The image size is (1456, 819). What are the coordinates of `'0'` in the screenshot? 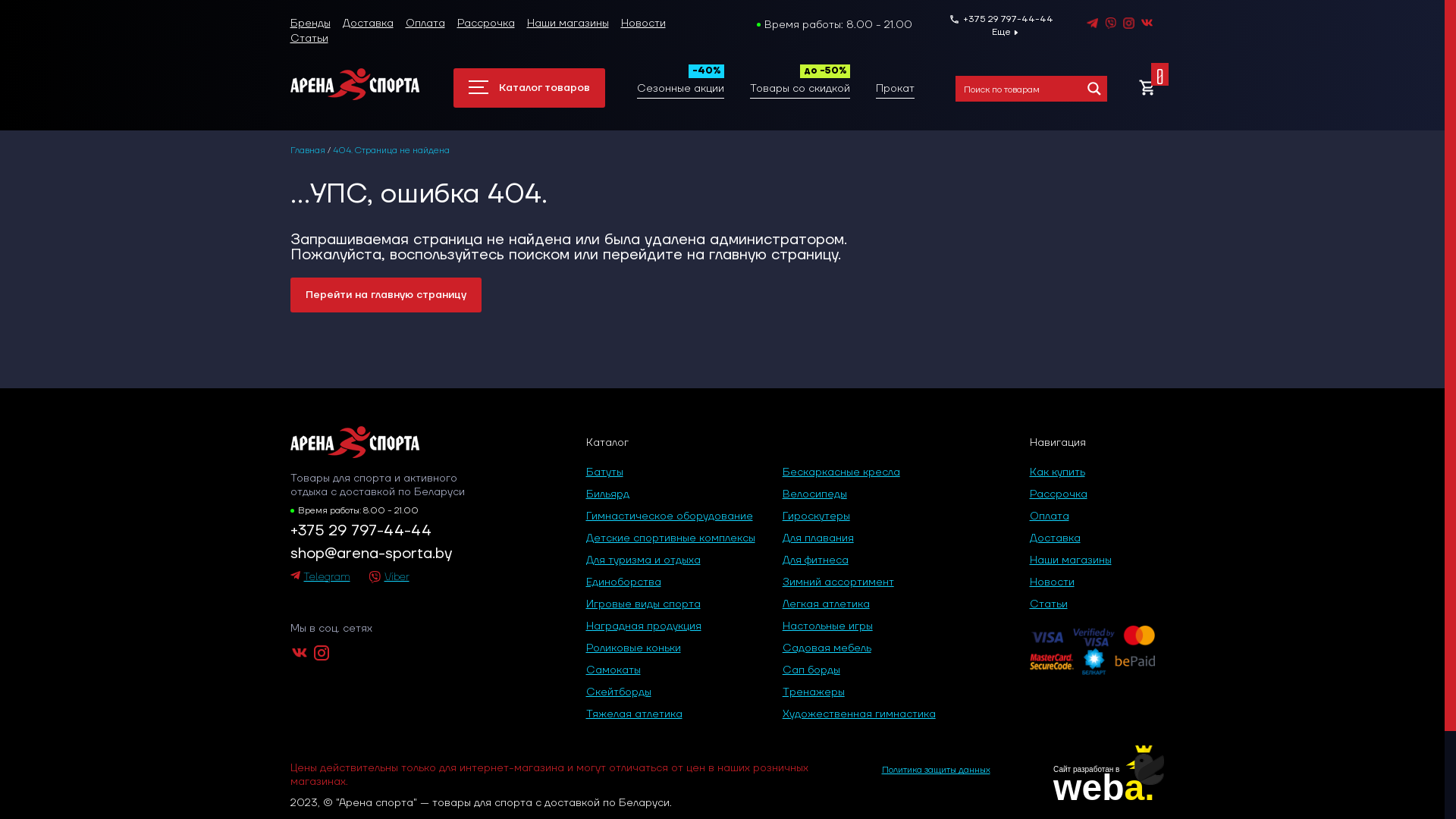 It's located at (1147, 88).